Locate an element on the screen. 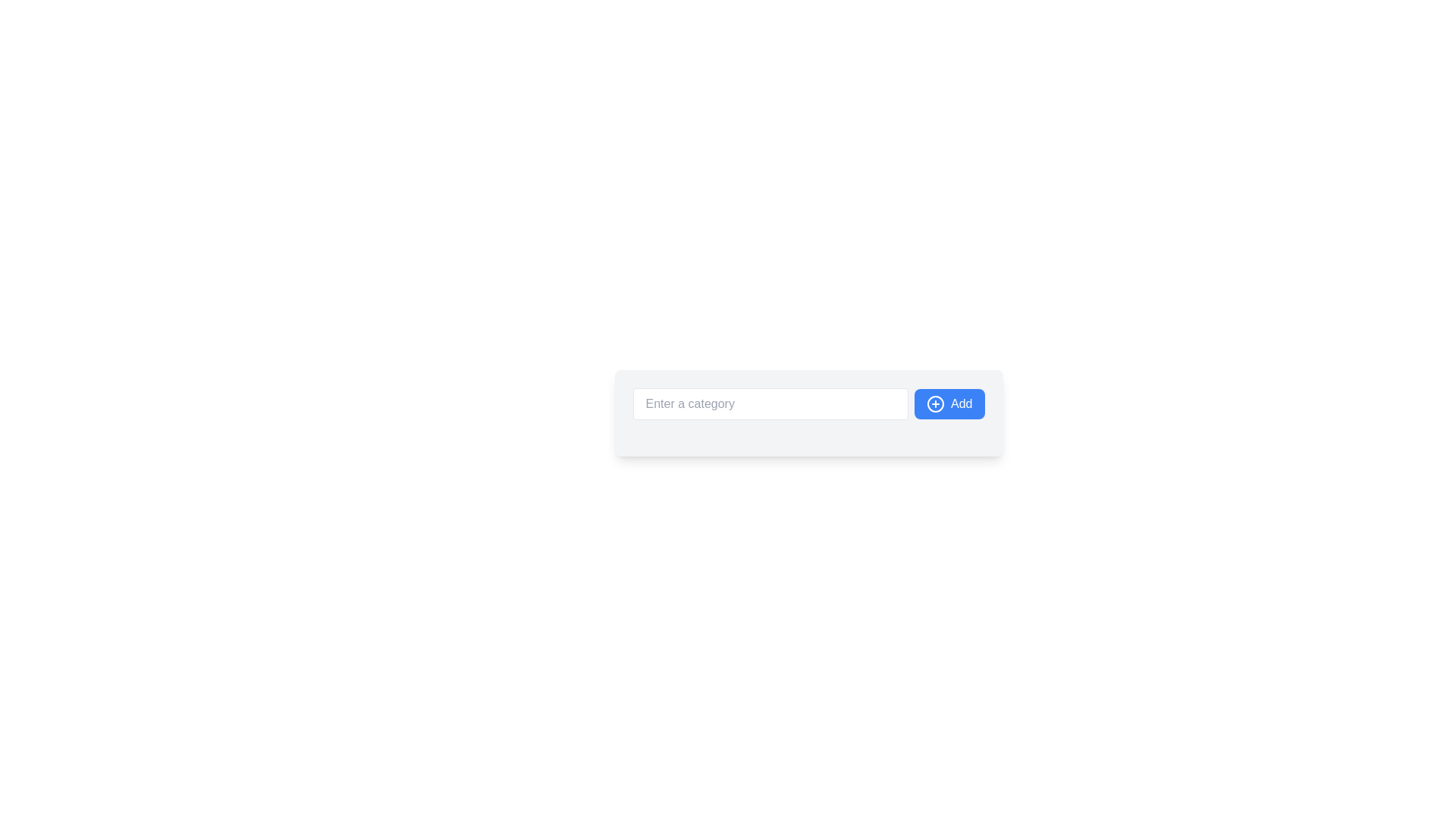 The image size is (1456, 819). the circular '+' icon located on the left side of the 'Add' text within the blue 'Add' button is located at coordinates (934, 403).